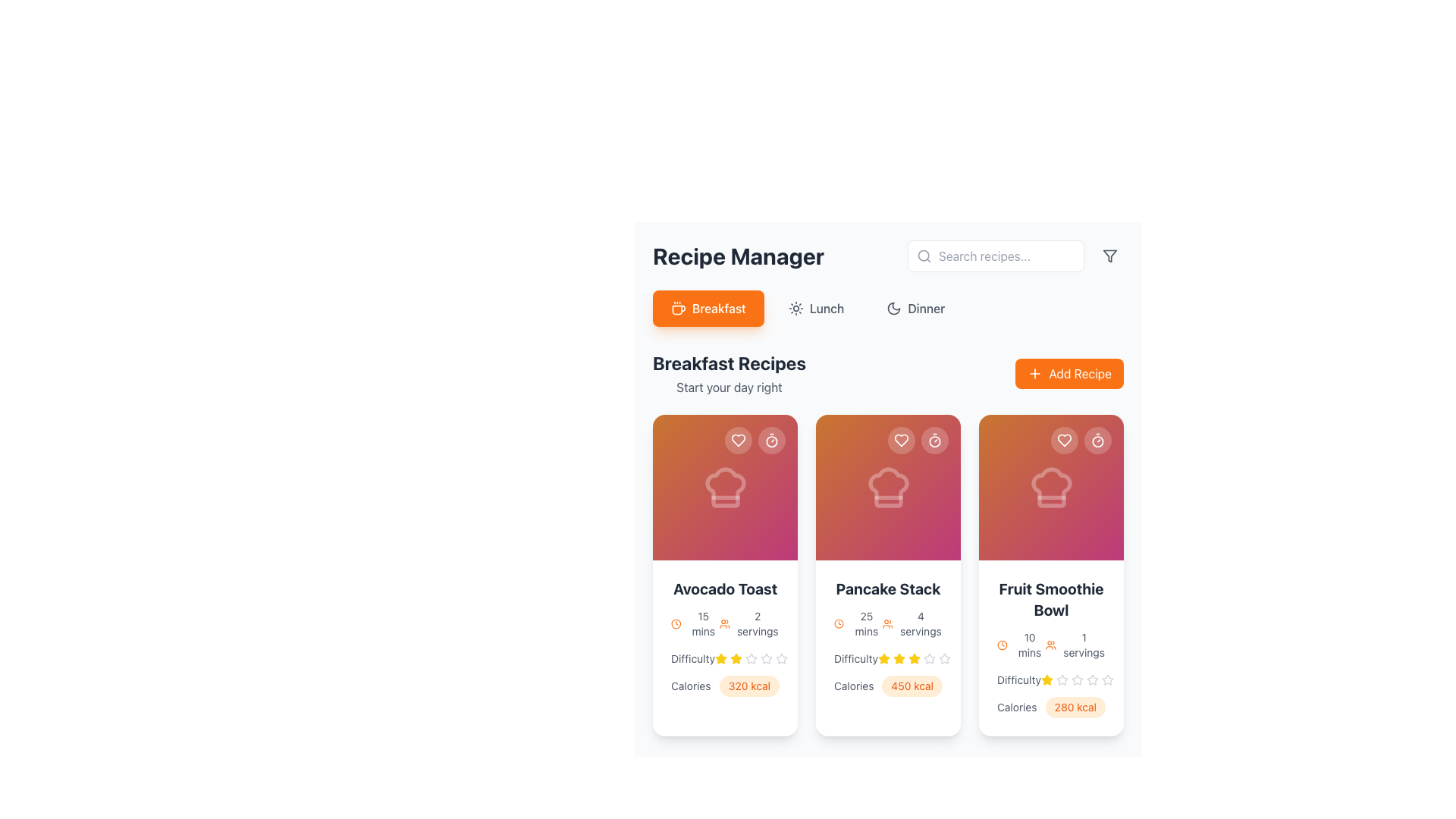  Describe the element at coordinates (913, 657) in the screenshot. I see `the third star in the 5-star rating system under the 'Difficulty' label within the 'Pancake Stack' card, located under the 'Breakfast Recipes' heading` at that location.